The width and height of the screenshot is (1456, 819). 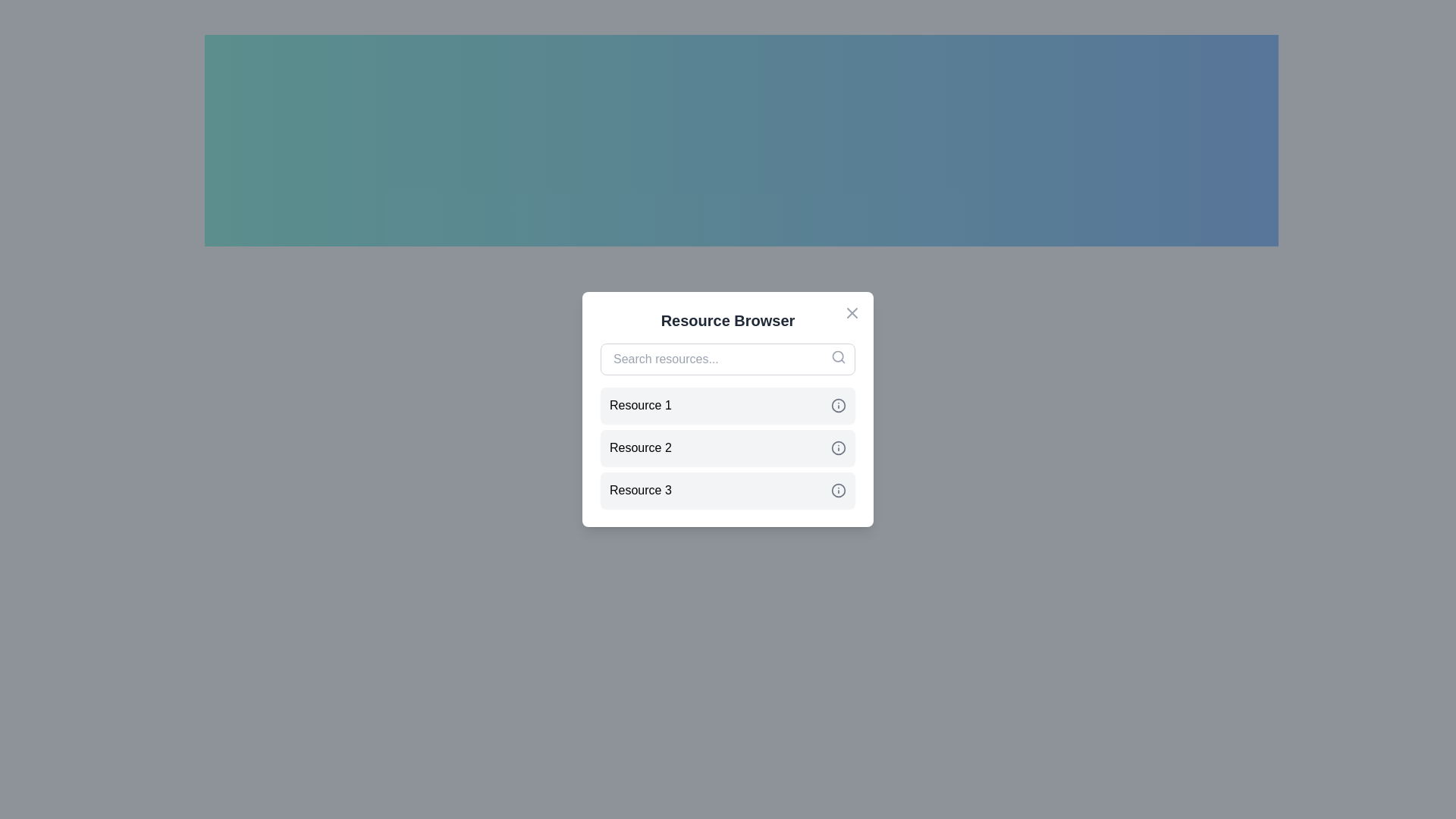 What do you see at coordinates (640, 447) in the screenshot?
I see `the static text label displaying 'Resource 2' located in the light gray box within the 'Resource Browser' modal` at bounding box center [640, 447].